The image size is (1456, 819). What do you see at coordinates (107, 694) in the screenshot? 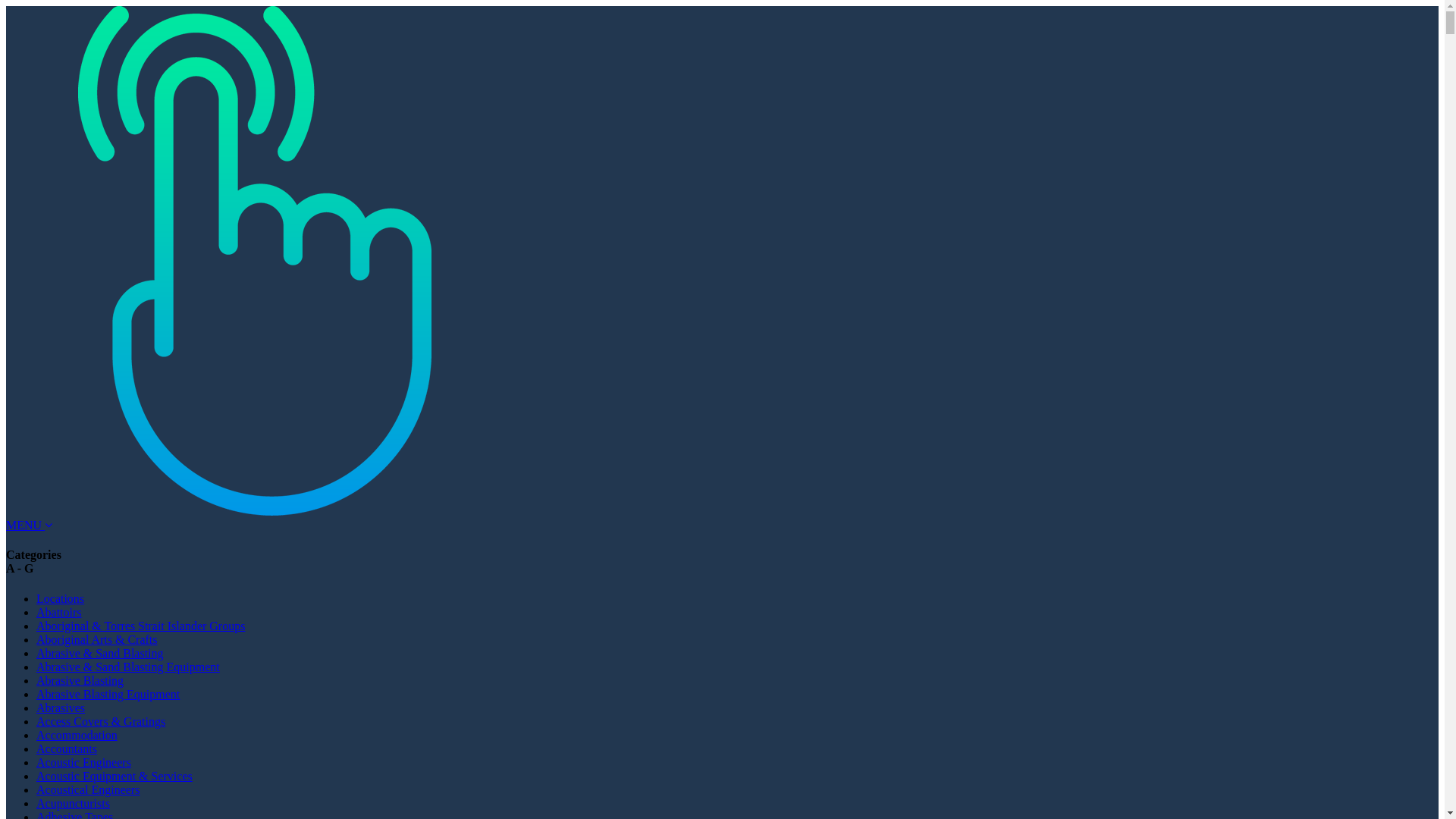
I see `'Abrasive Blasting Equipment'` at bounding box center [107, 694].